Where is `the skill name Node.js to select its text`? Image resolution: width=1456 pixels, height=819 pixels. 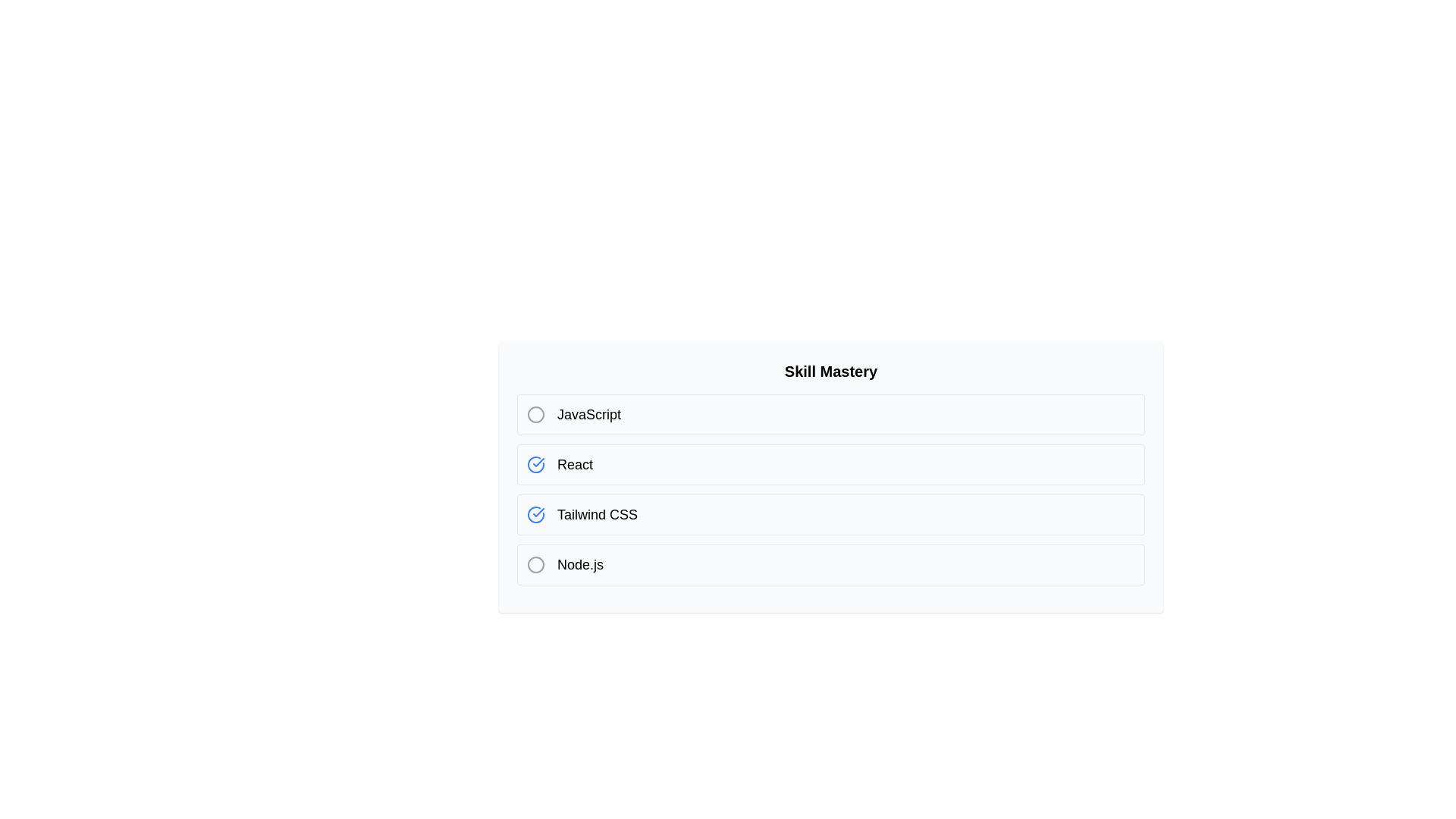
the skill name Node.js to select its text is located at coordinates (579, 564).